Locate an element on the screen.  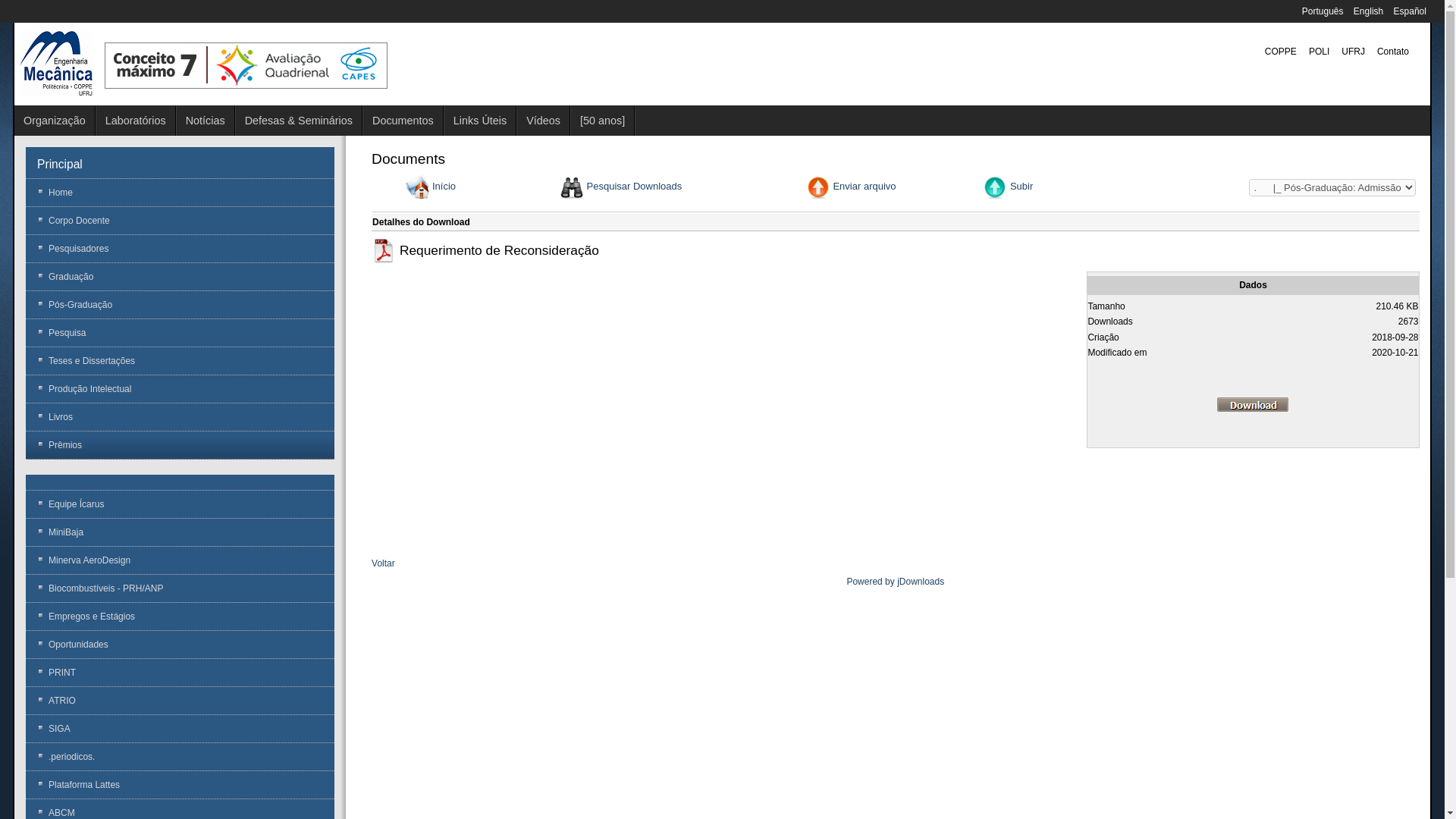
'Pesquisar Downloads' is located at coordinates (634, 186).